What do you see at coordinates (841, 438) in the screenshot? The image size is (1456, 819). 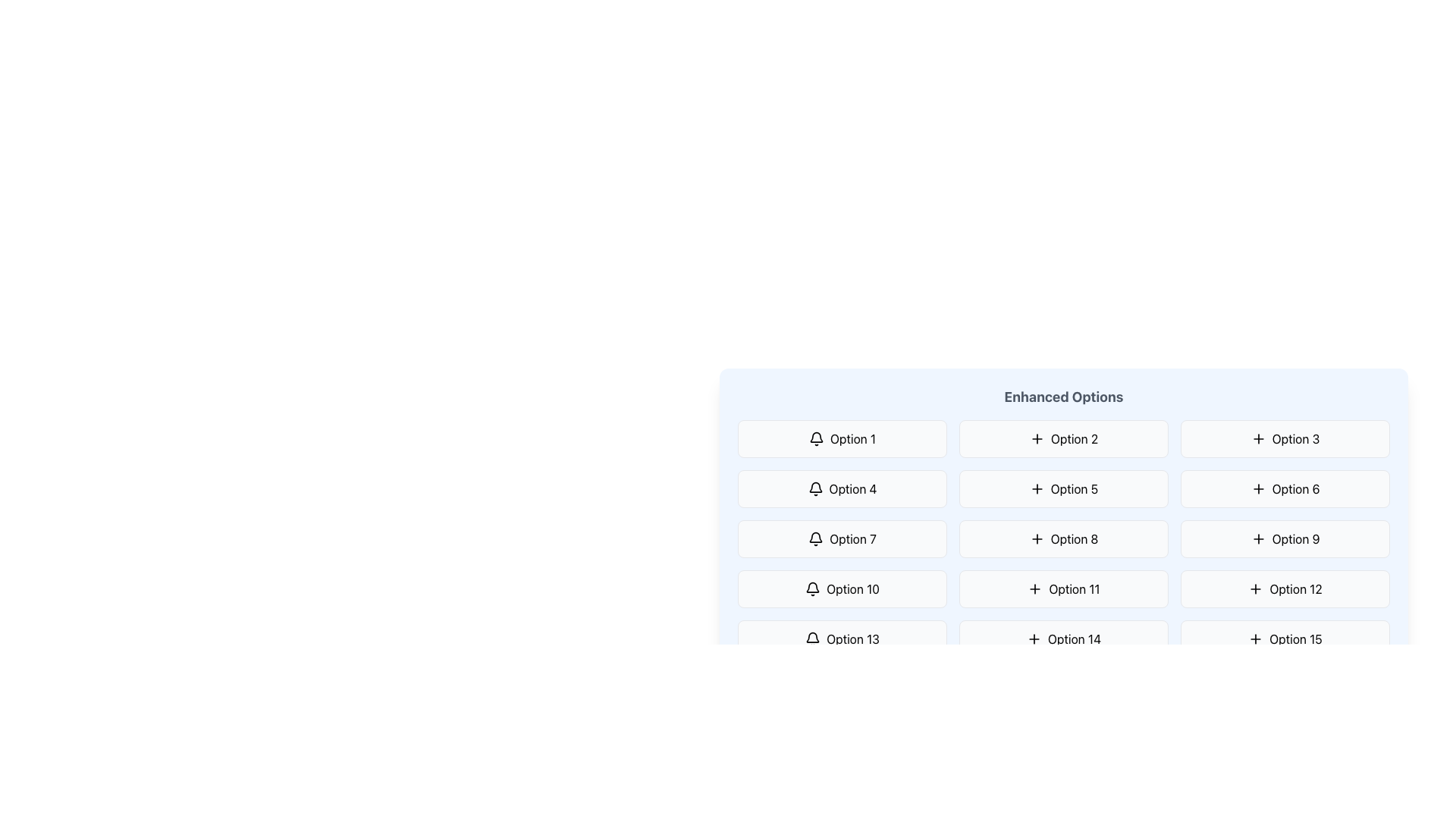 I see `the rectangular button with rounded corners labeled 'Option 1'` at bounding box center [841, 438].